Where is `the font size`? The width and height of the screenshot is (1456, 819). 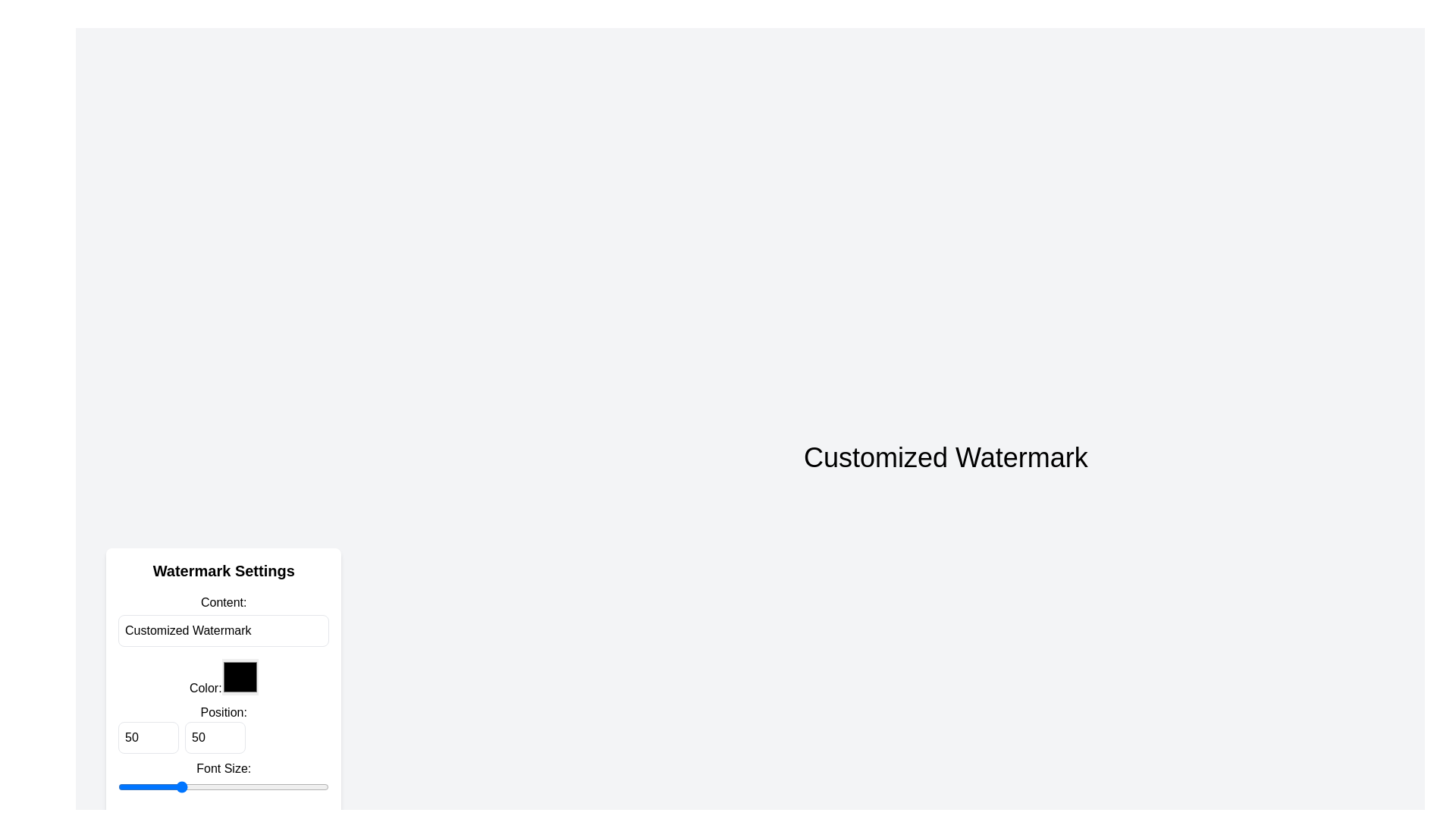
the font size is located at coordinates (190, 786).